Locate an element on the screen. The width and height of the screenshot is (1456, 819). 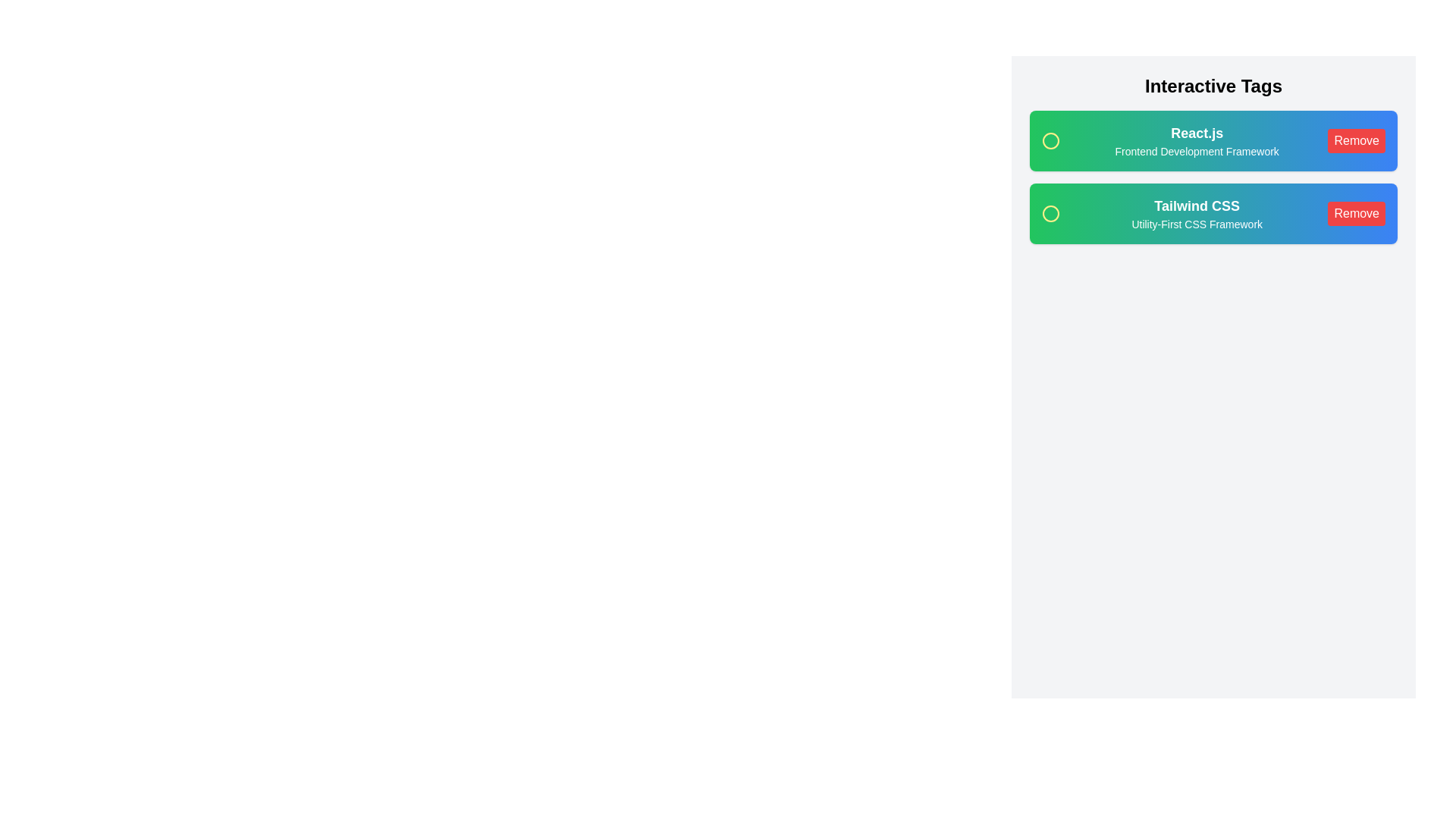
'Remove' button for the chip labeled Tailwind CSS is located at coordinates (1357, 213).